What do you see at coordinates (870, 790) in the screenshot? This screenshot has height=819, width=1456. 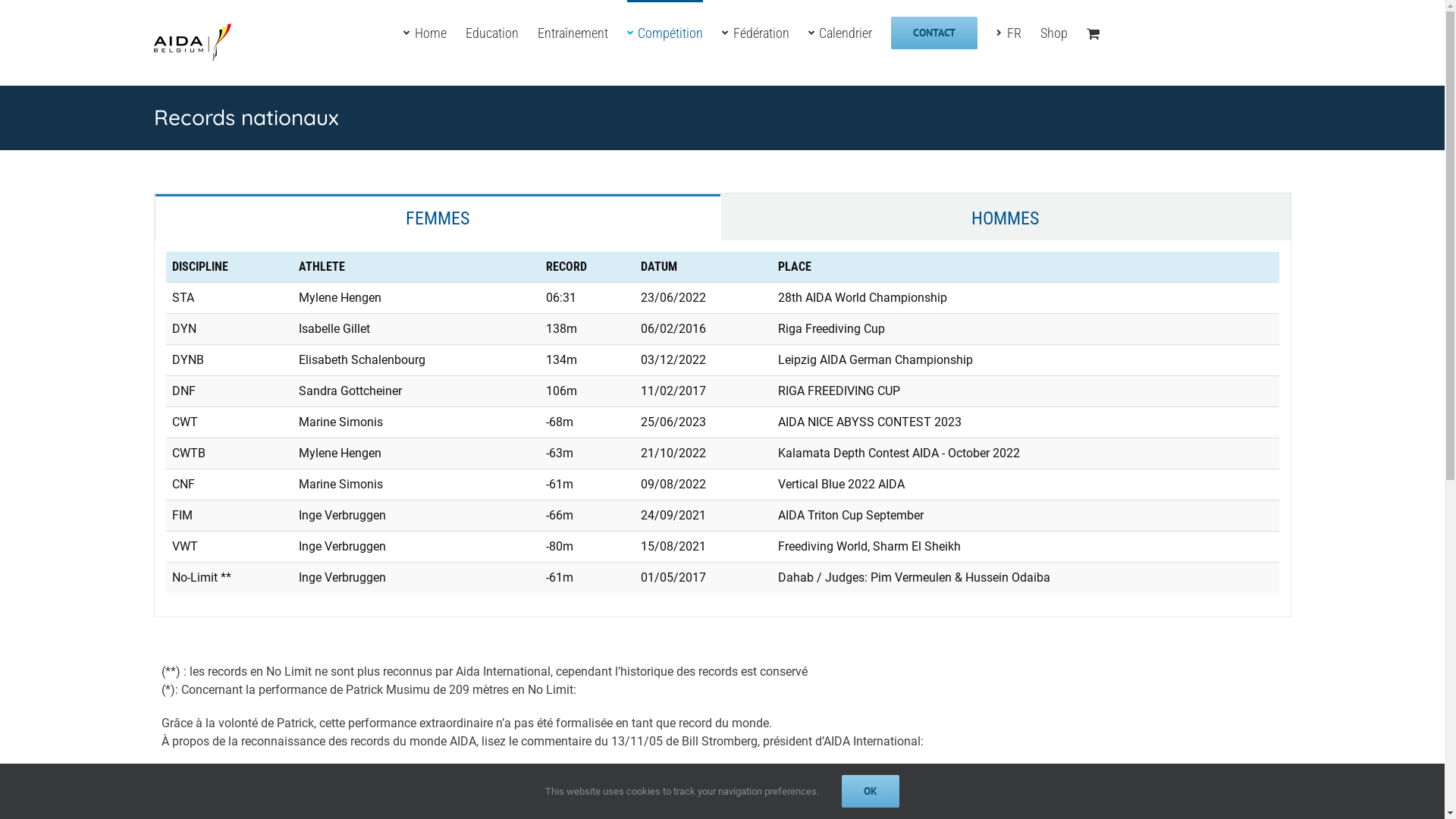 I see `'OK'` at bounding box center [870, 790].